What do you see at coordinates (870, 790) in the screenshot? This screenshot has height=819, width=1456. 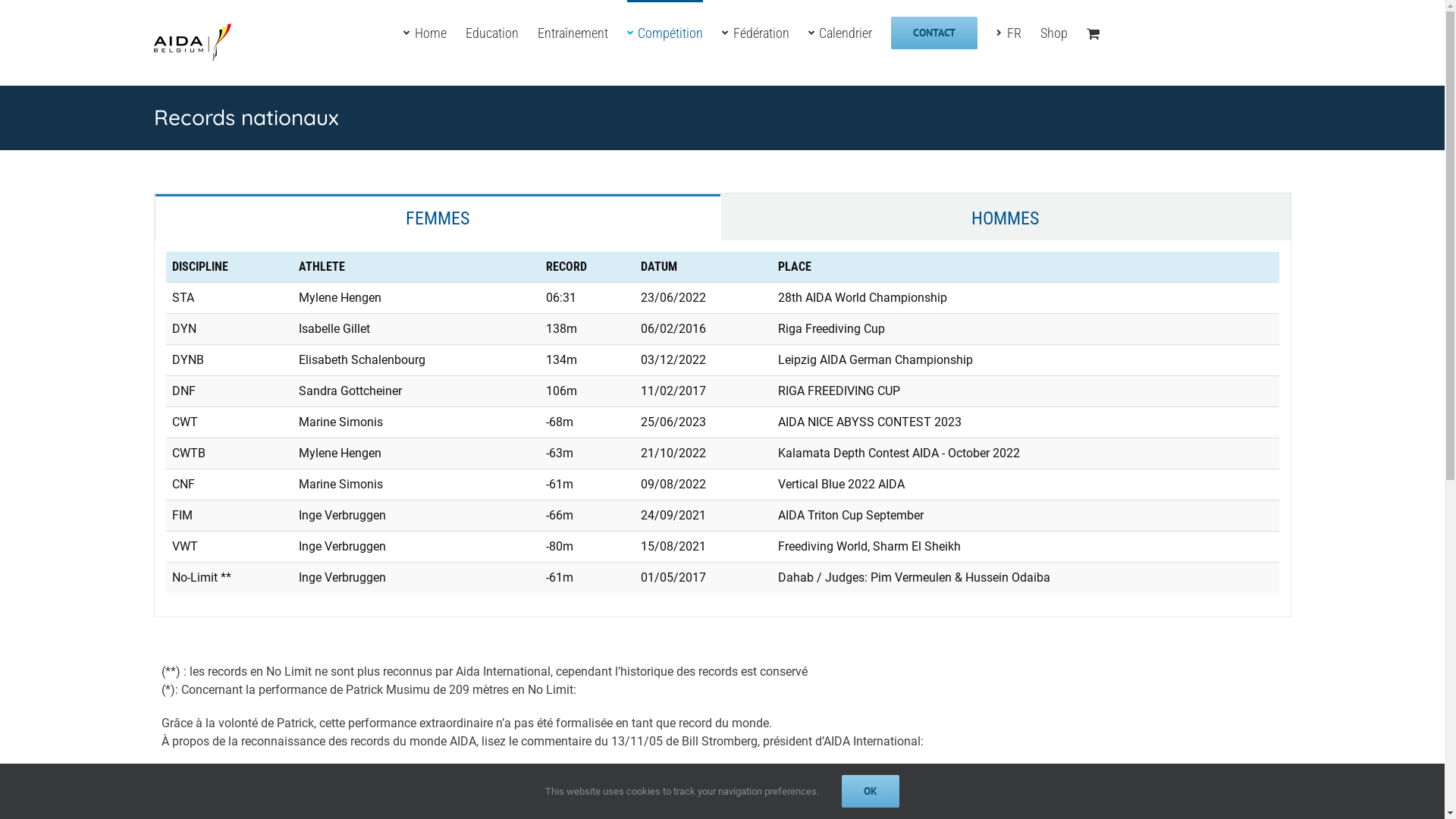 I see `'OK'` at bounding box center [870, 790].